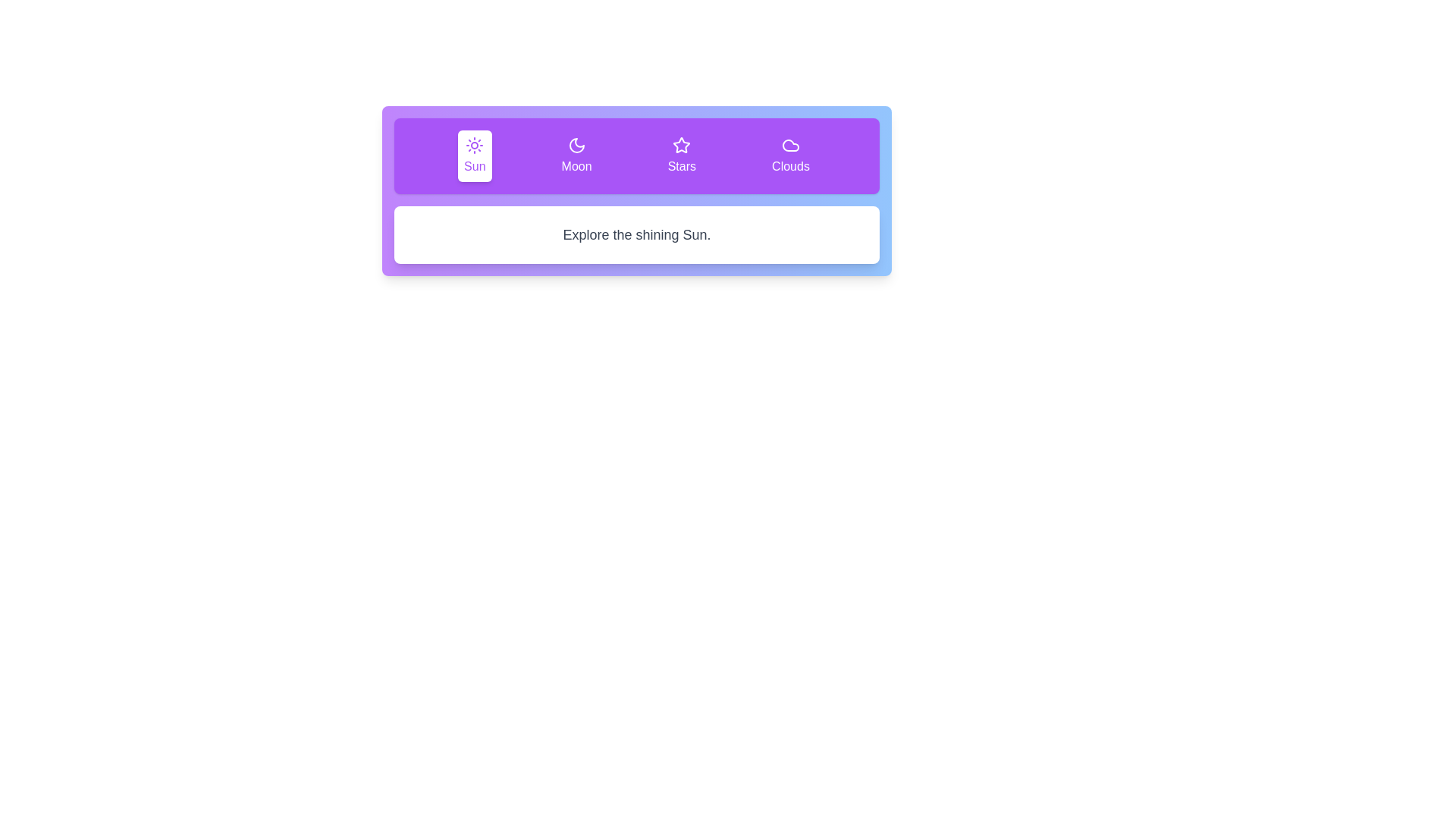 This screenshot has height=819, width=1456. I want to click on text from the label displaying 'Moon' in white color, located in the purple menu bar below the crescent moon icon, so click(576, 166).